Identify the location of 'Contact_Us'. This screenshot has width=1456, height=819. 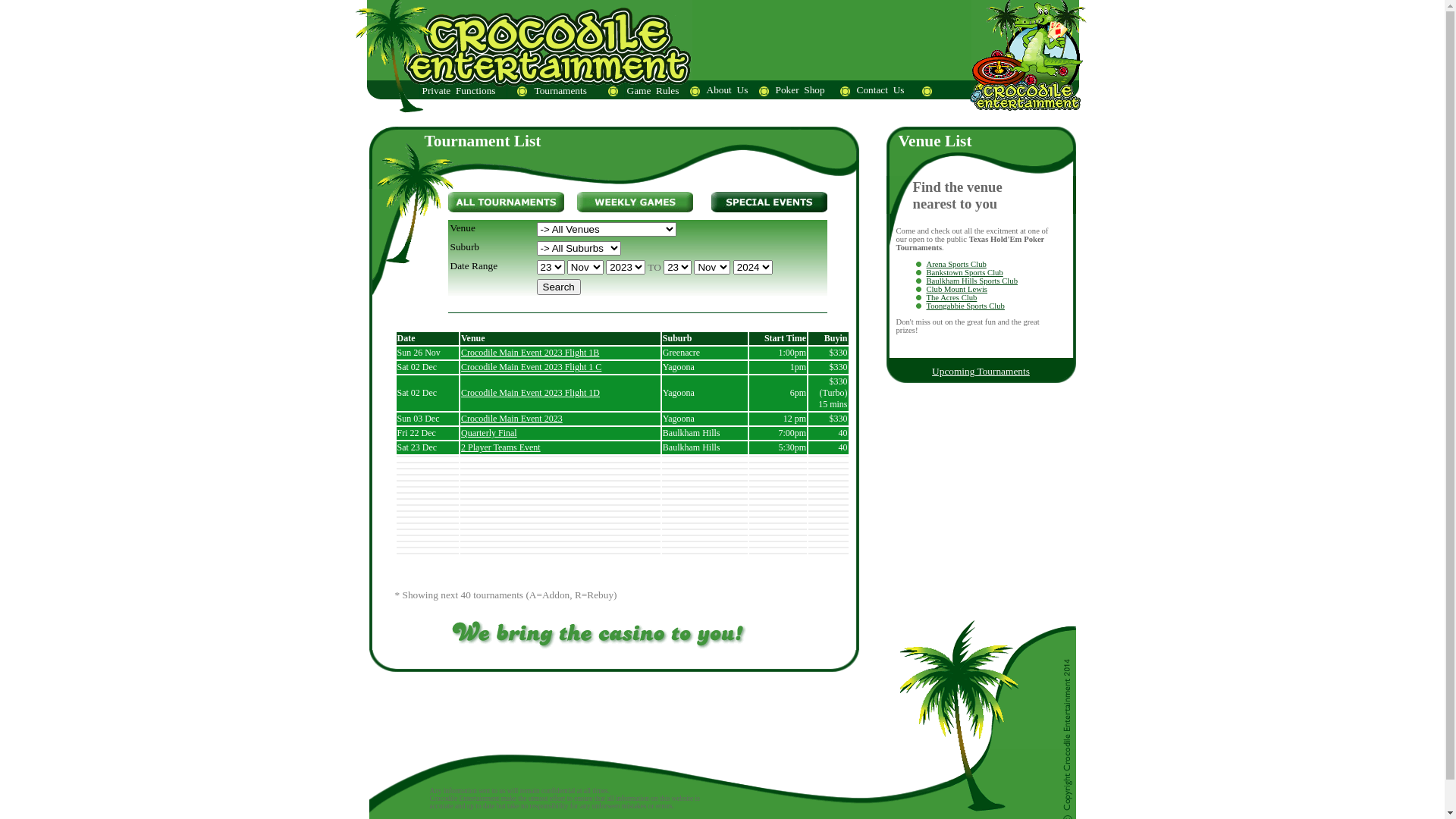
(880, 89).